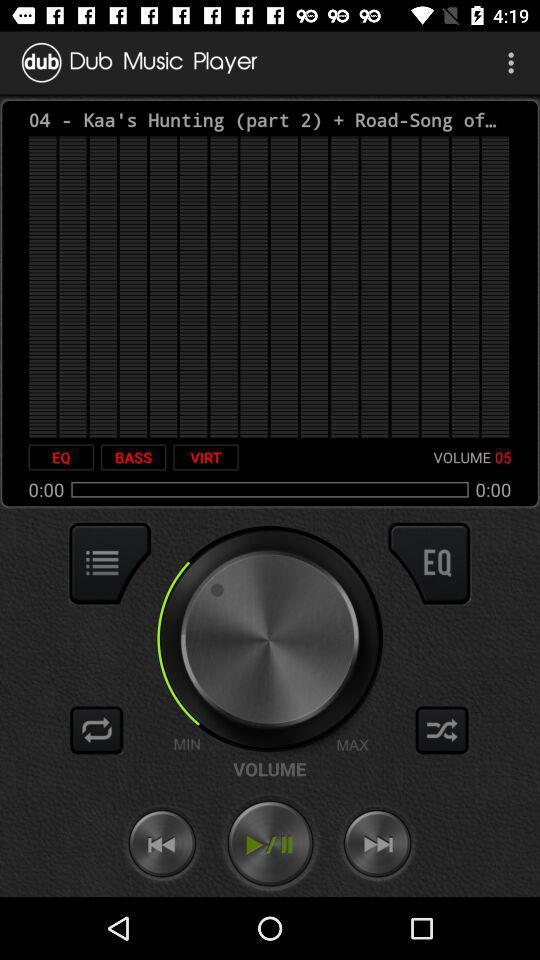 Image resolution: width=540 pixels, height=960 pixels. Describe the element at coordinates (442, 729) in the screenshot. I see `shuffle play` at that location.